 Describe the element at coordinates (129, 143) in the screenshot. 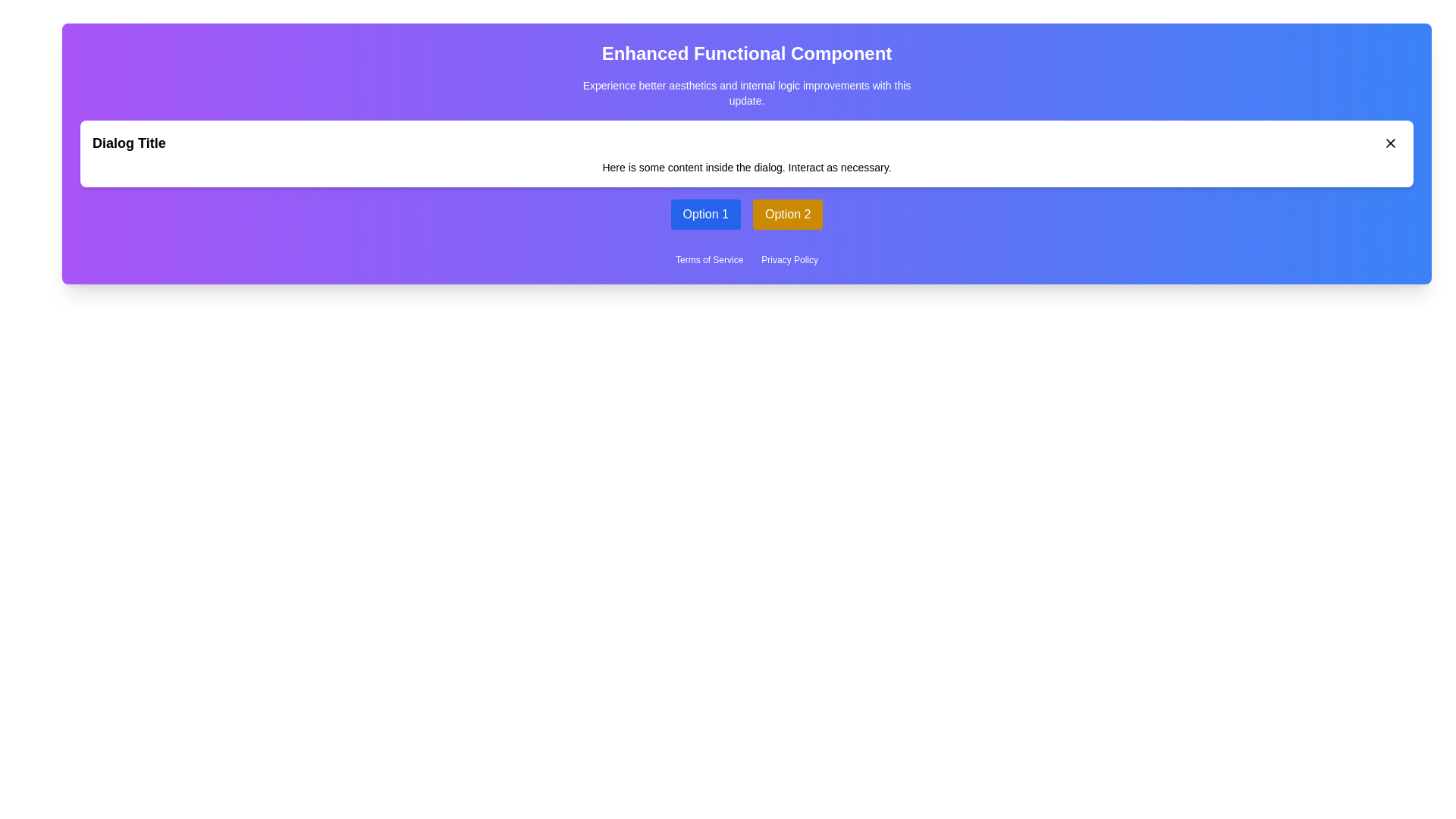

I see `the bold text label displaying 'Dialog Title' located at the top-left corner of the dialog header with a white background` at that location.